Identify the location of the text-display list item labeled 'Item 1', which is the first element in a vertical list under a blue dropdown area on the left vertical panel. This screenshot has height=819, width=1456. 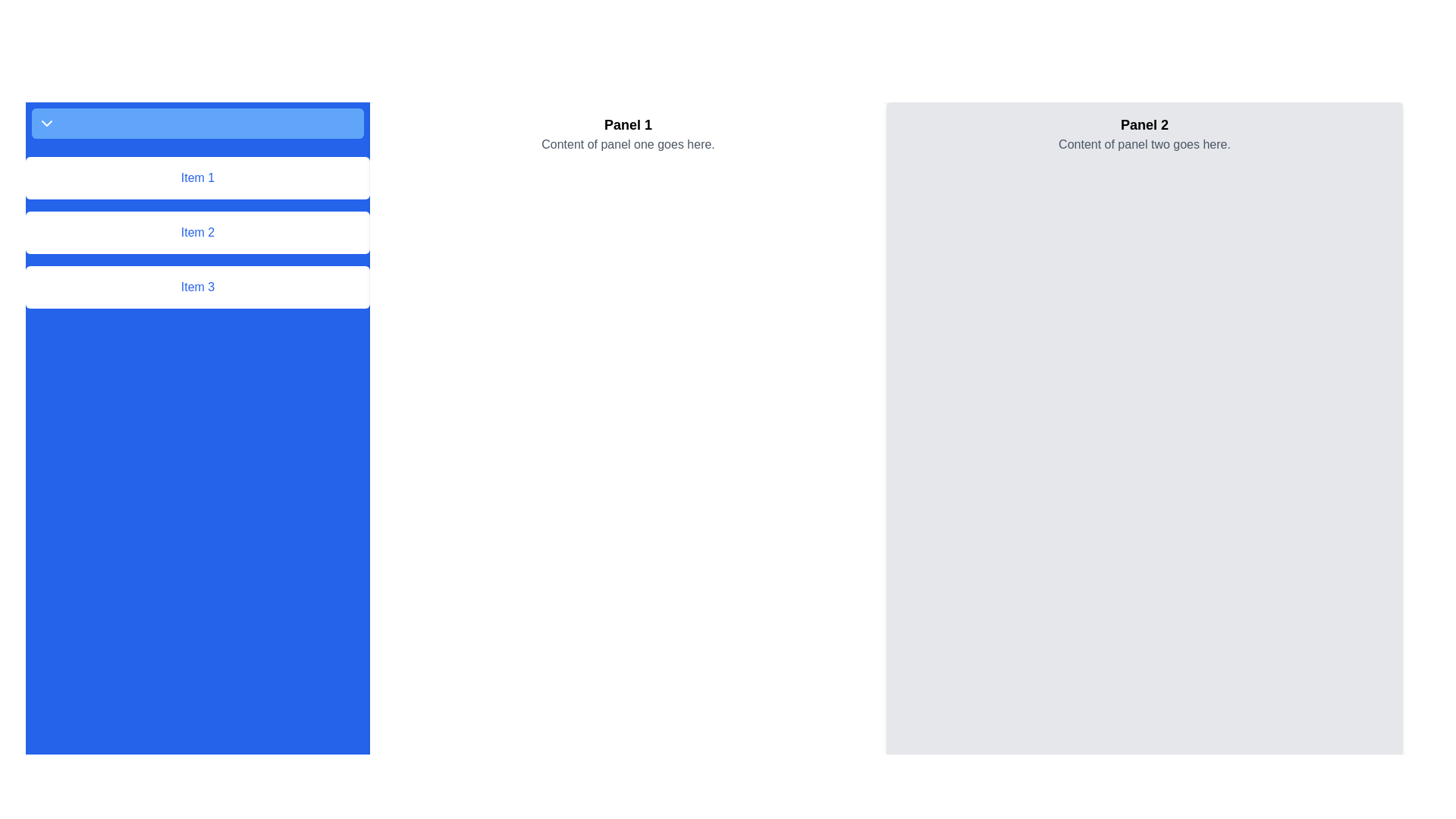
(196, 177).